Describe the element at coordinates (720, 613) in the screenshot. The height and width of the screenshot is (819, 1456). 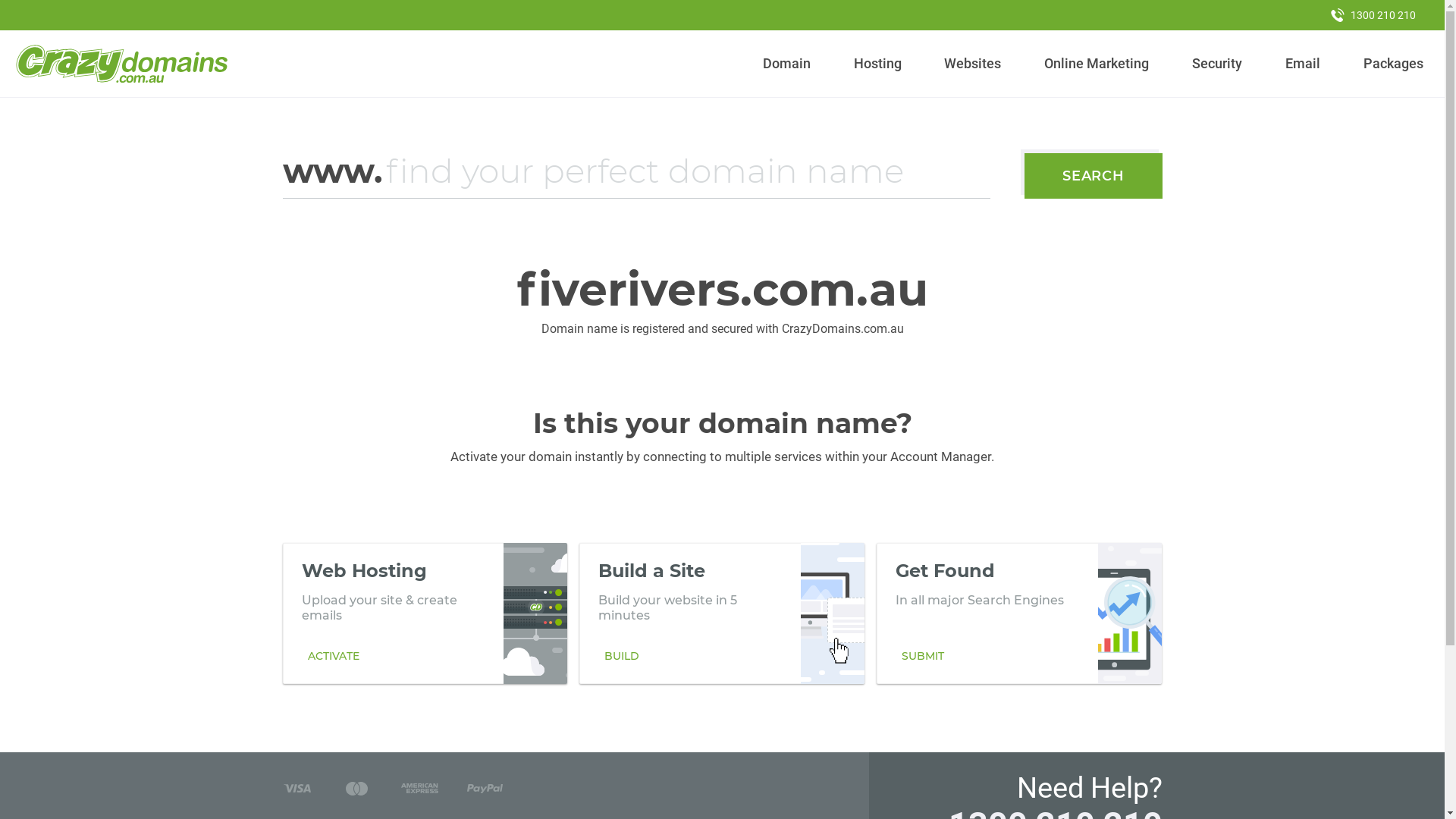
I see `'Build a Site` at that location.